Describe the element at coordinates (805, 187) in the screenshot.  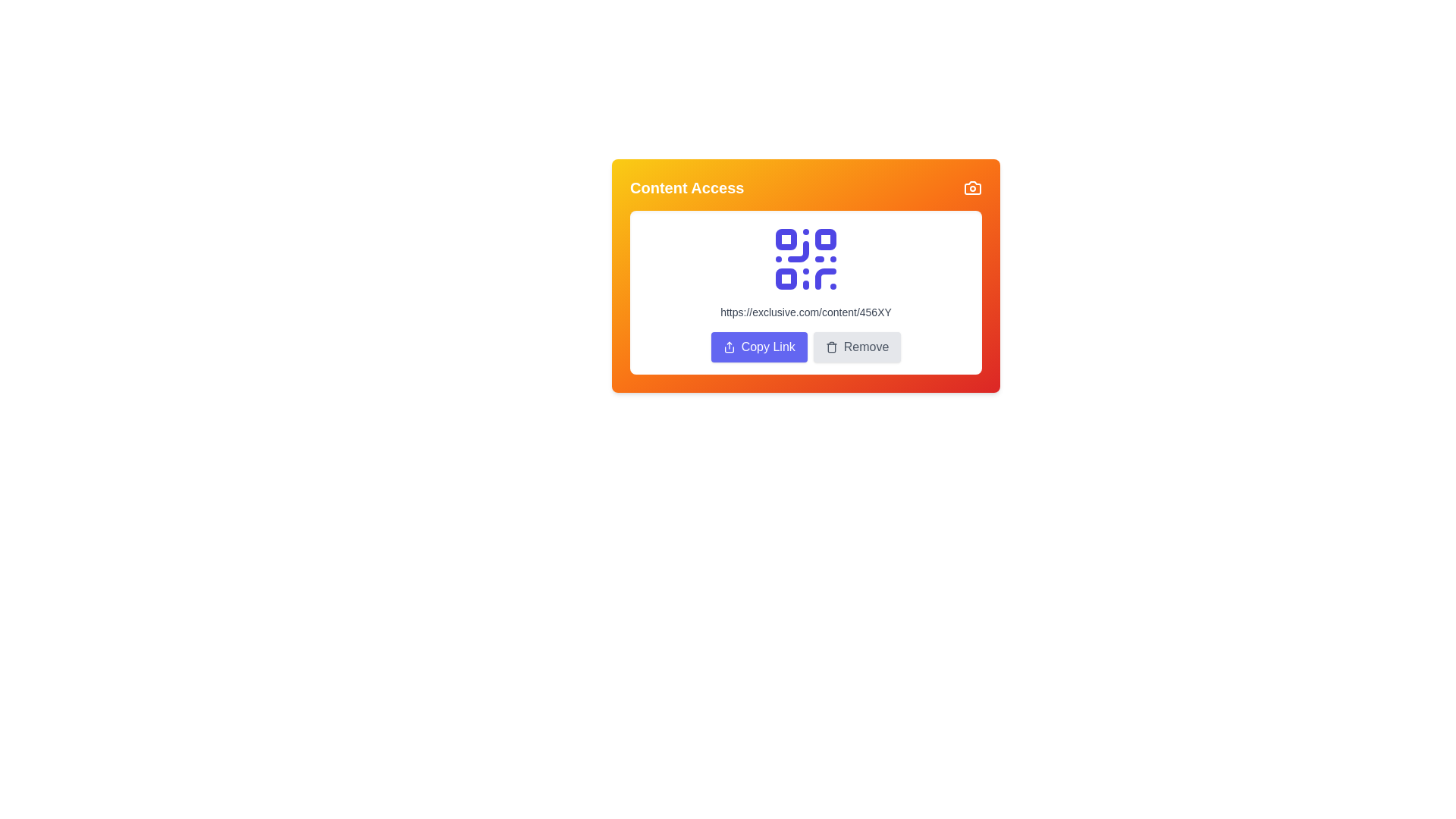
I see `the Header or Title Bar displaying 'Content Access' with a yellow-to-red gradient background and a camera icon on the right` at that location.